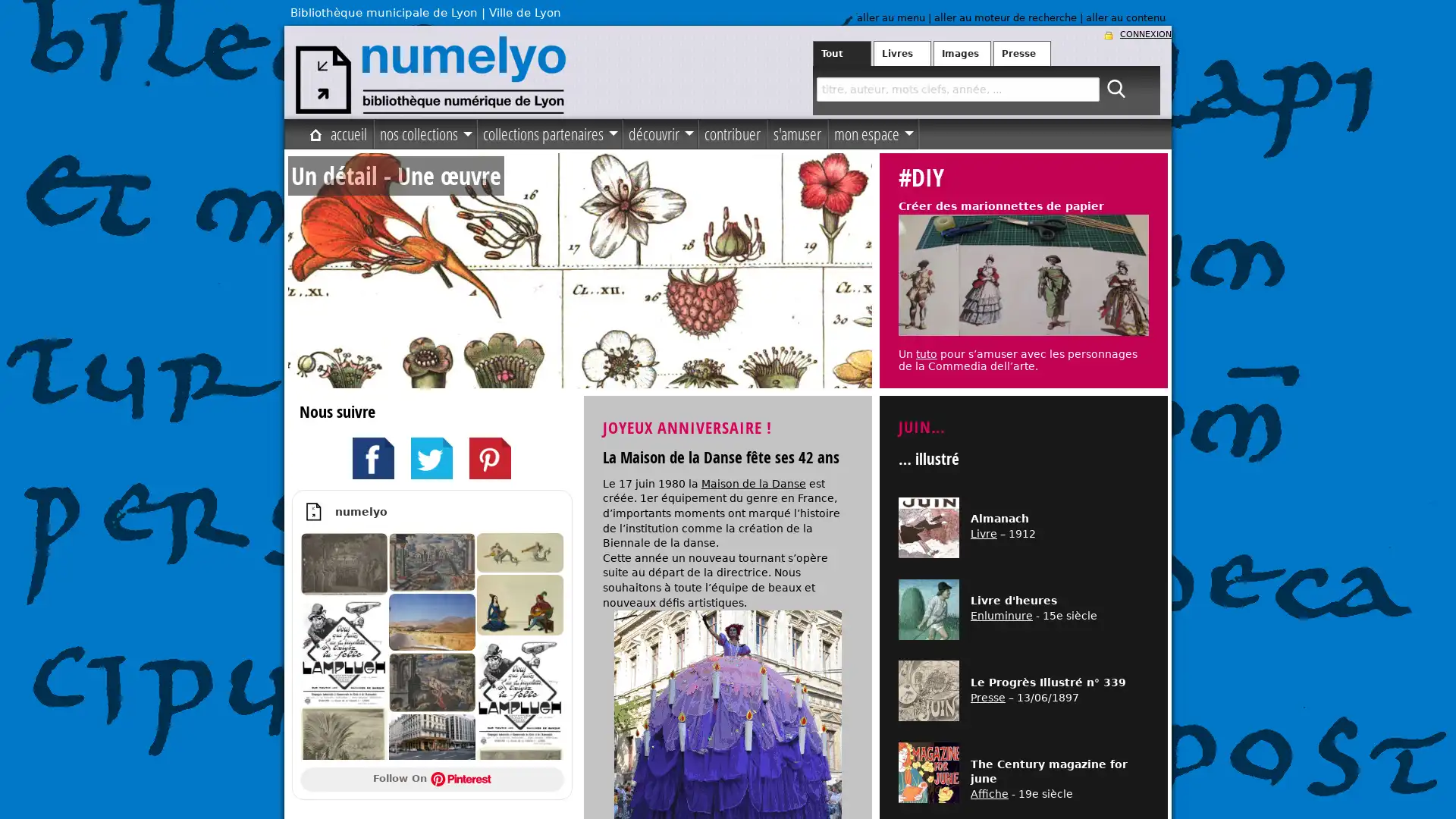 This screenshot has height=819, width=1456. I want to click on ok, so click(1116, 88).